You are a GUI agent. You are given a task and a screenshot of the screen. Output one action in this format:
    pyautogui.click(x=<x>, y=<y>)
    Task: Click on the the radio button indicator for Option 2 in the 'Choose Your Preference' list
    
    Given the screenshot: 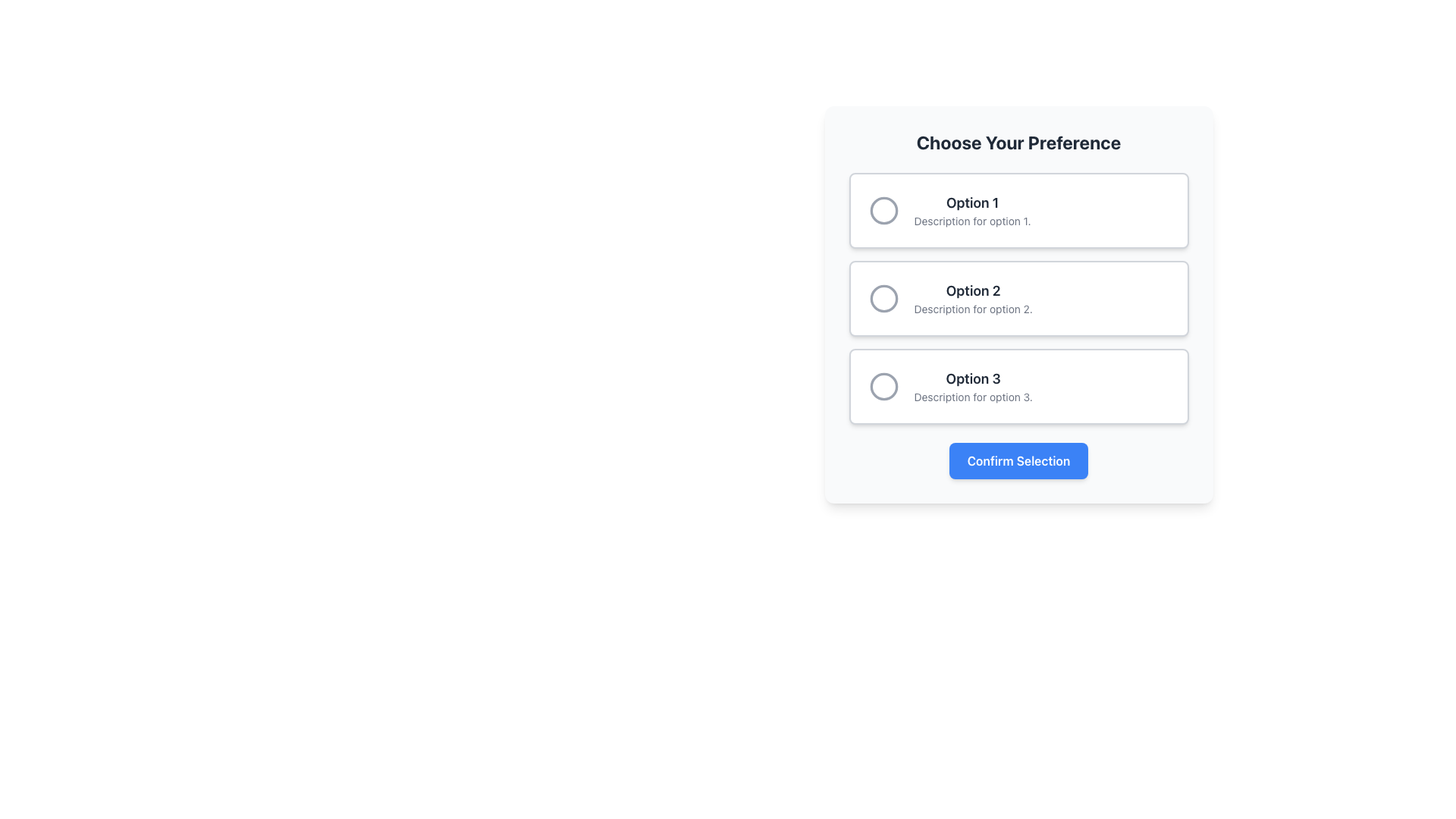 What is the action you would take?
    pyautogui.click(x=883, y=298)
    